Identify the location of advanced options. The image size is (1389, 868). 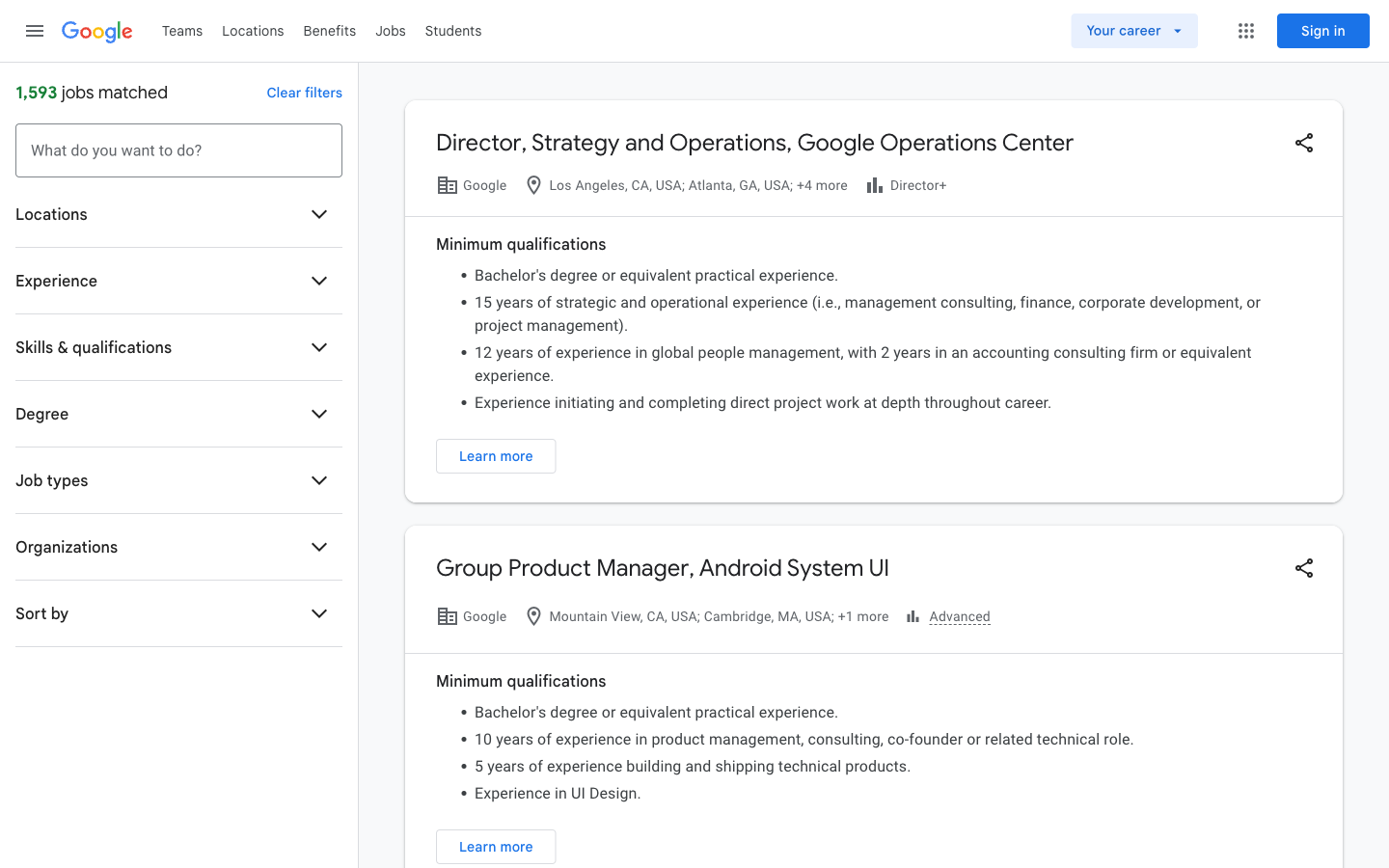
(946, 616).